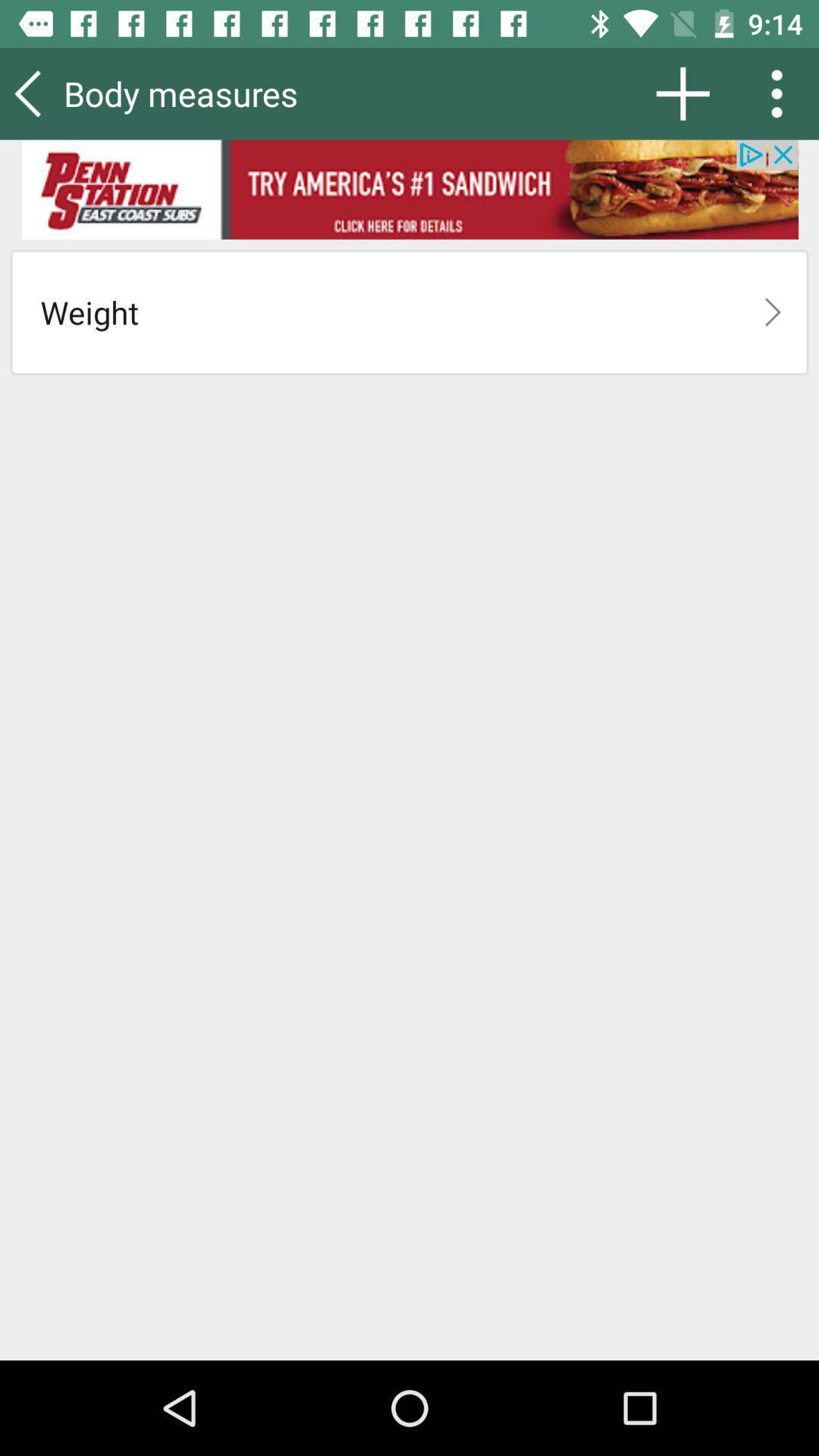 The width and height of the screenshot is (819, 1456). I want to click on the add icon, so click(682, 93).